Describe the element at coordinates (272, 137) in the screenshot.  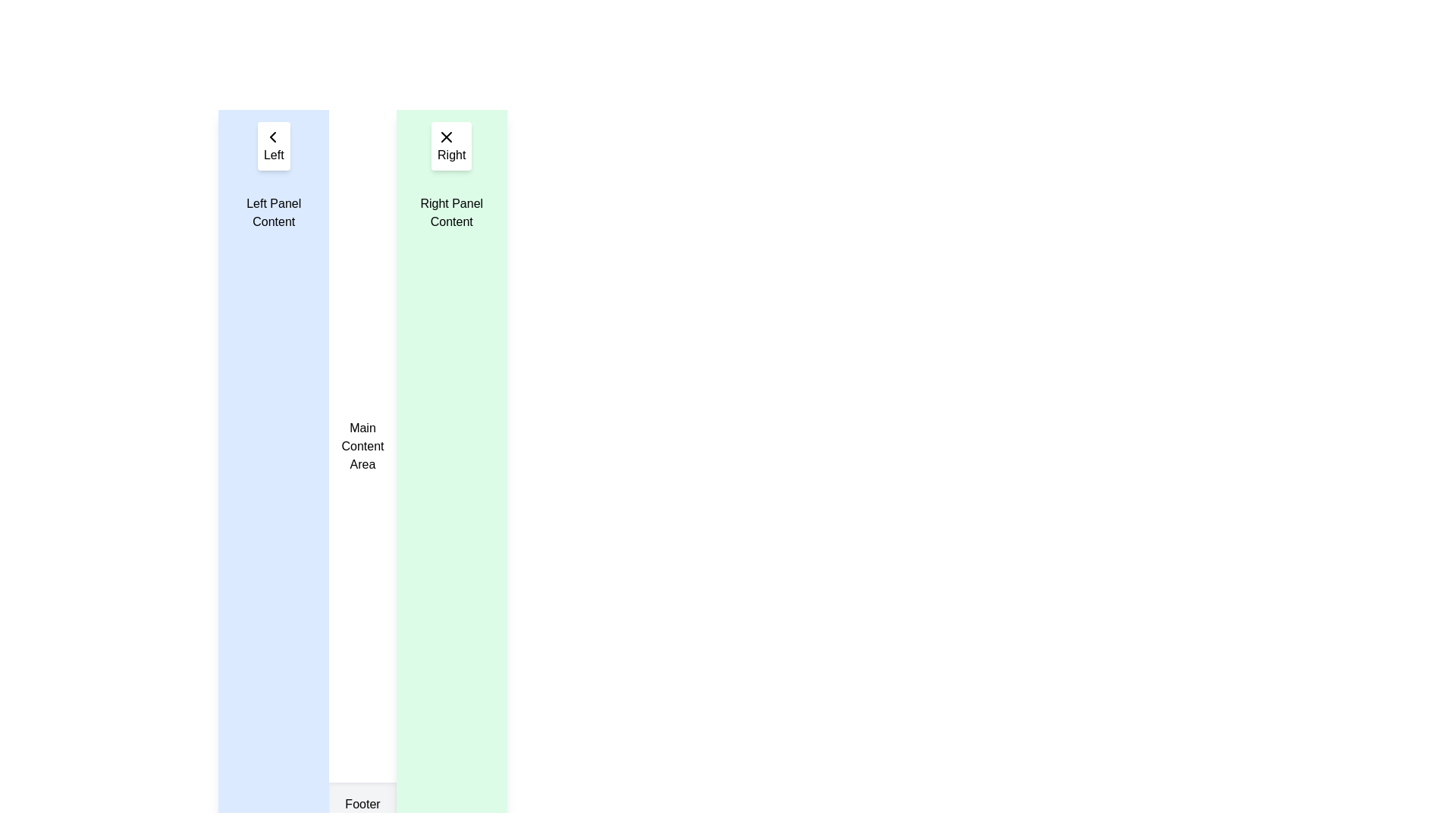
I see `the left-facing chevron icon in the top left corner of the left panel` at that location.